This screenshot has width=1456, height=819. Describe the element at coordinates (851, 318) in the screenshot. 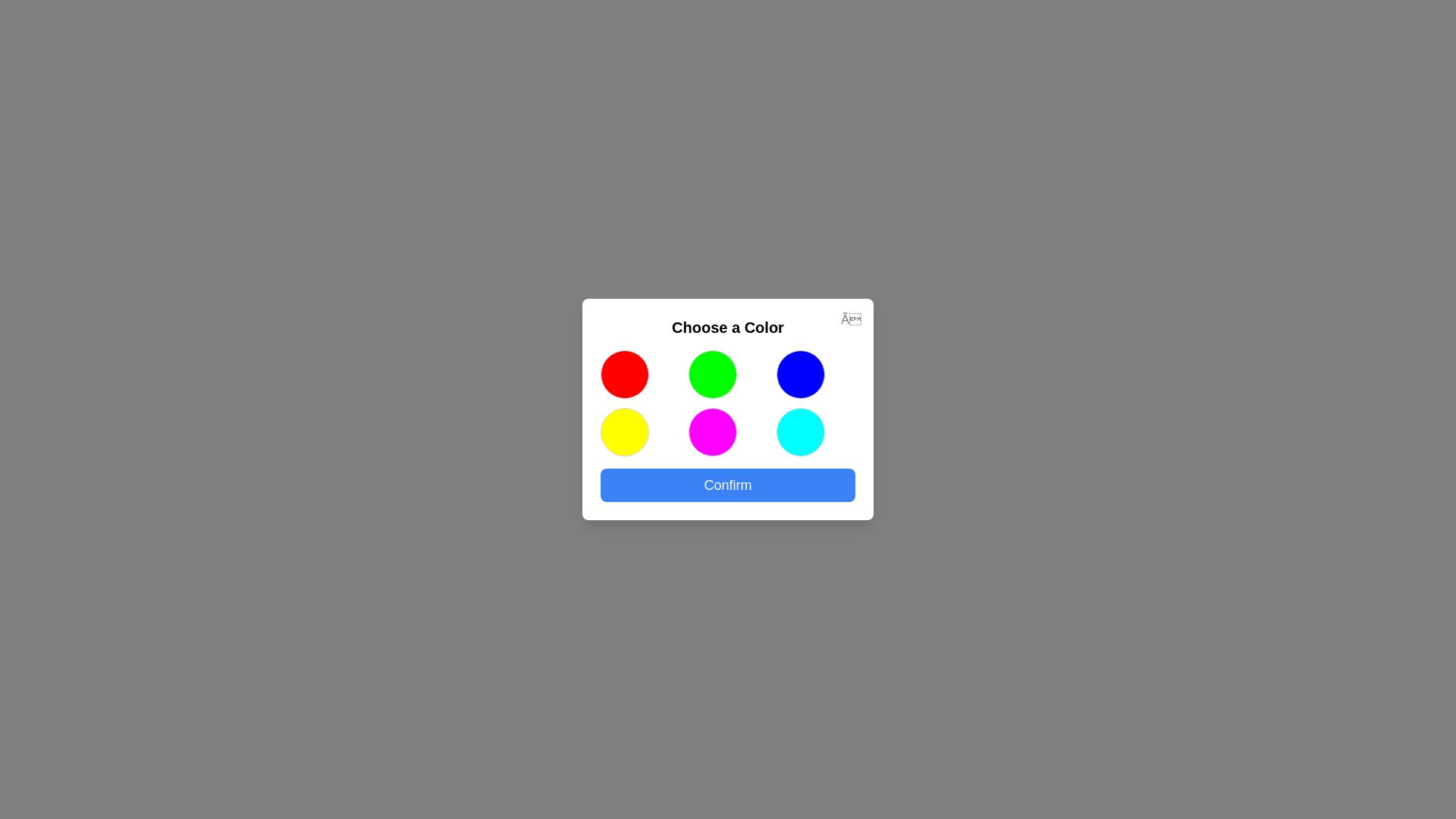

I see `the close button to close the dialog` at that location.